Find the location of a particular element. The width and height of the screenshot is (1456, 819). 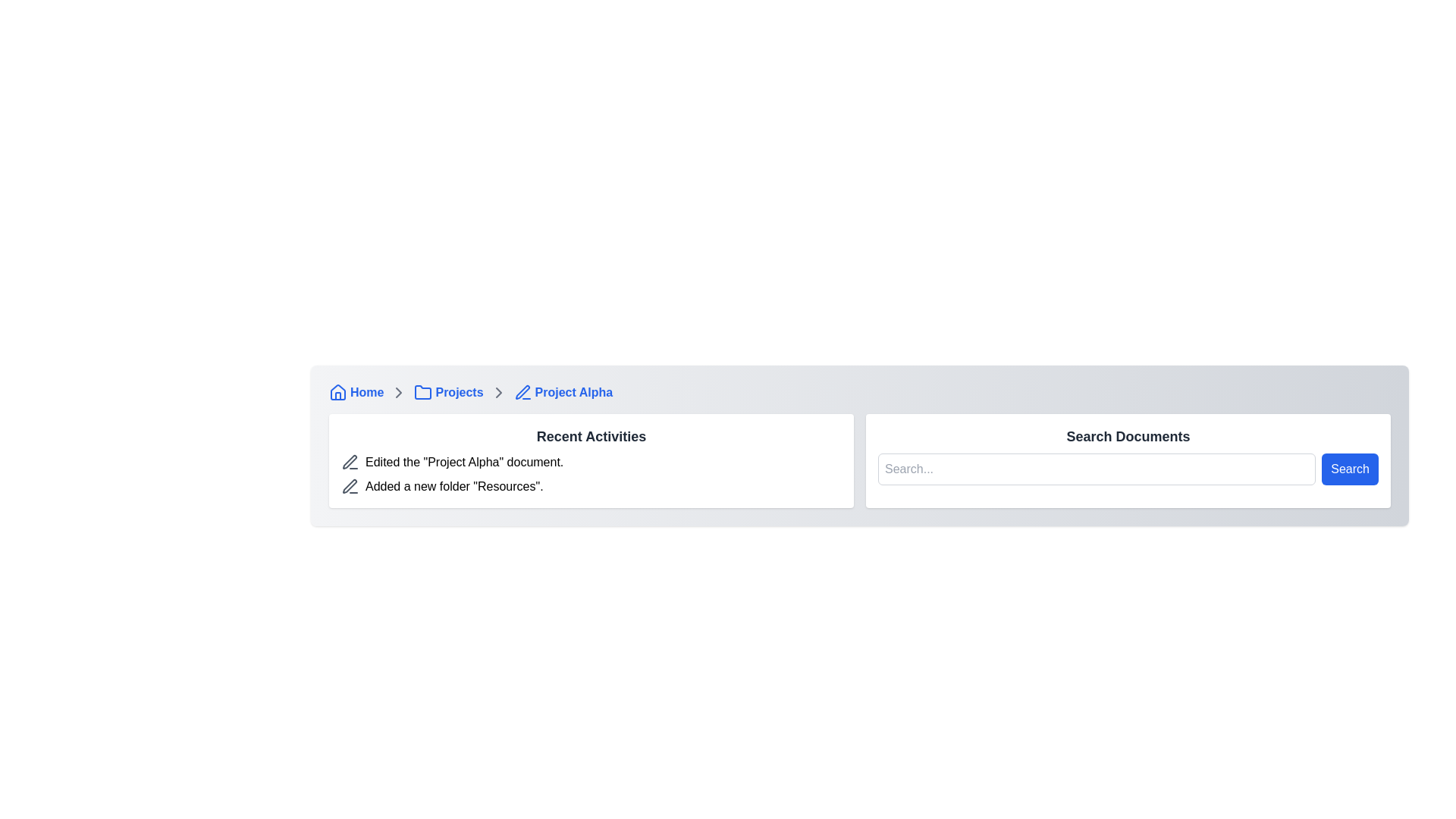

the interactive hyperlink labeled 'Home', which features a blue house icon and is positioned at the top left of the interface as the first item in a breadcrumb navigation is located at coordinates (356, 391).